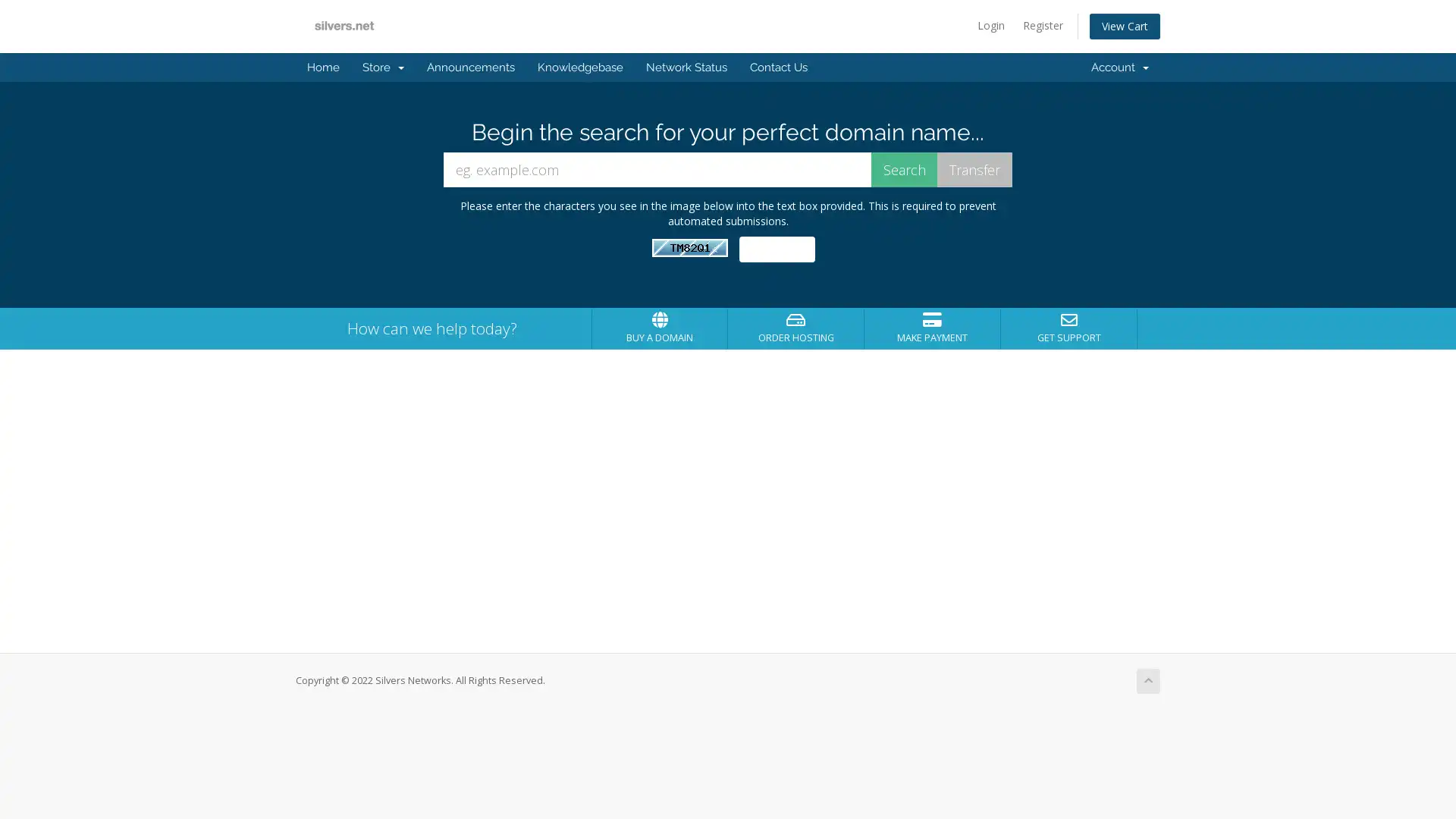  What do you see at coordinates (974, 169) in the screenshot?
I see `Transfer` at bounding box center [974, 169].